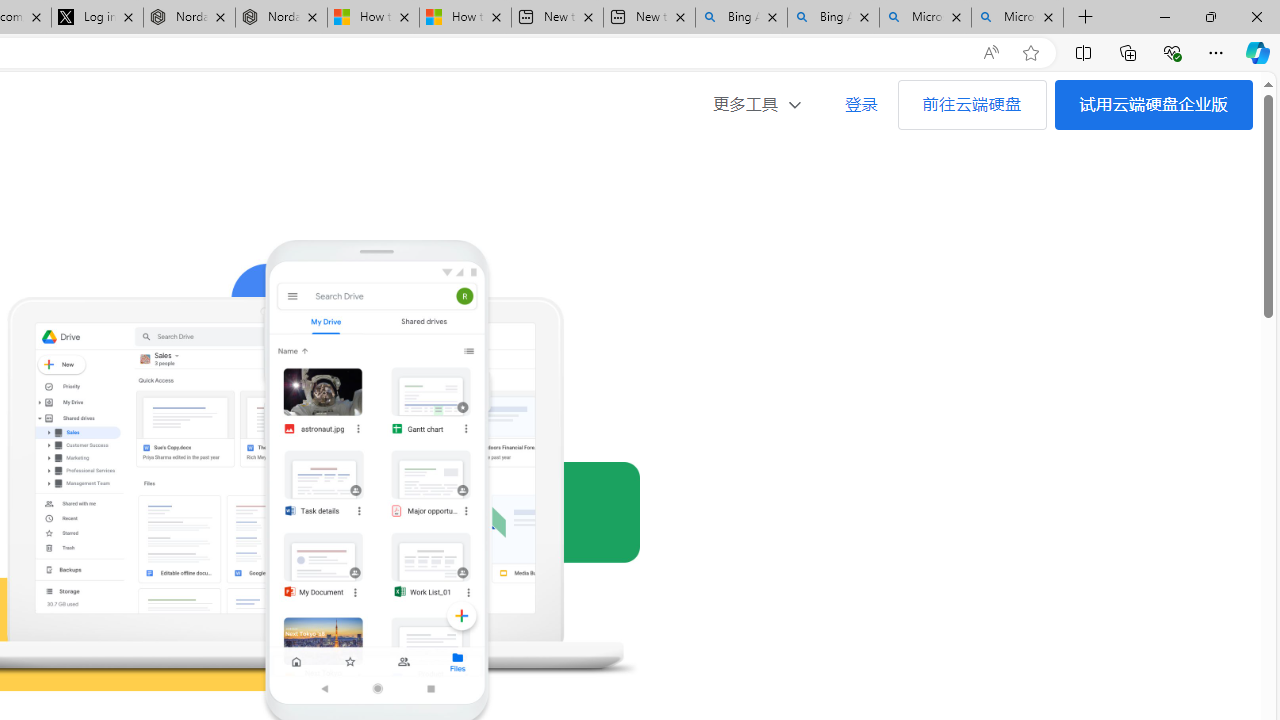 This screenshot has width=1280, height=720. What do you see at coordinates (96, 17) in the screenshot?
I see `'Log in to X / X'` at bounding box center [96, 17].